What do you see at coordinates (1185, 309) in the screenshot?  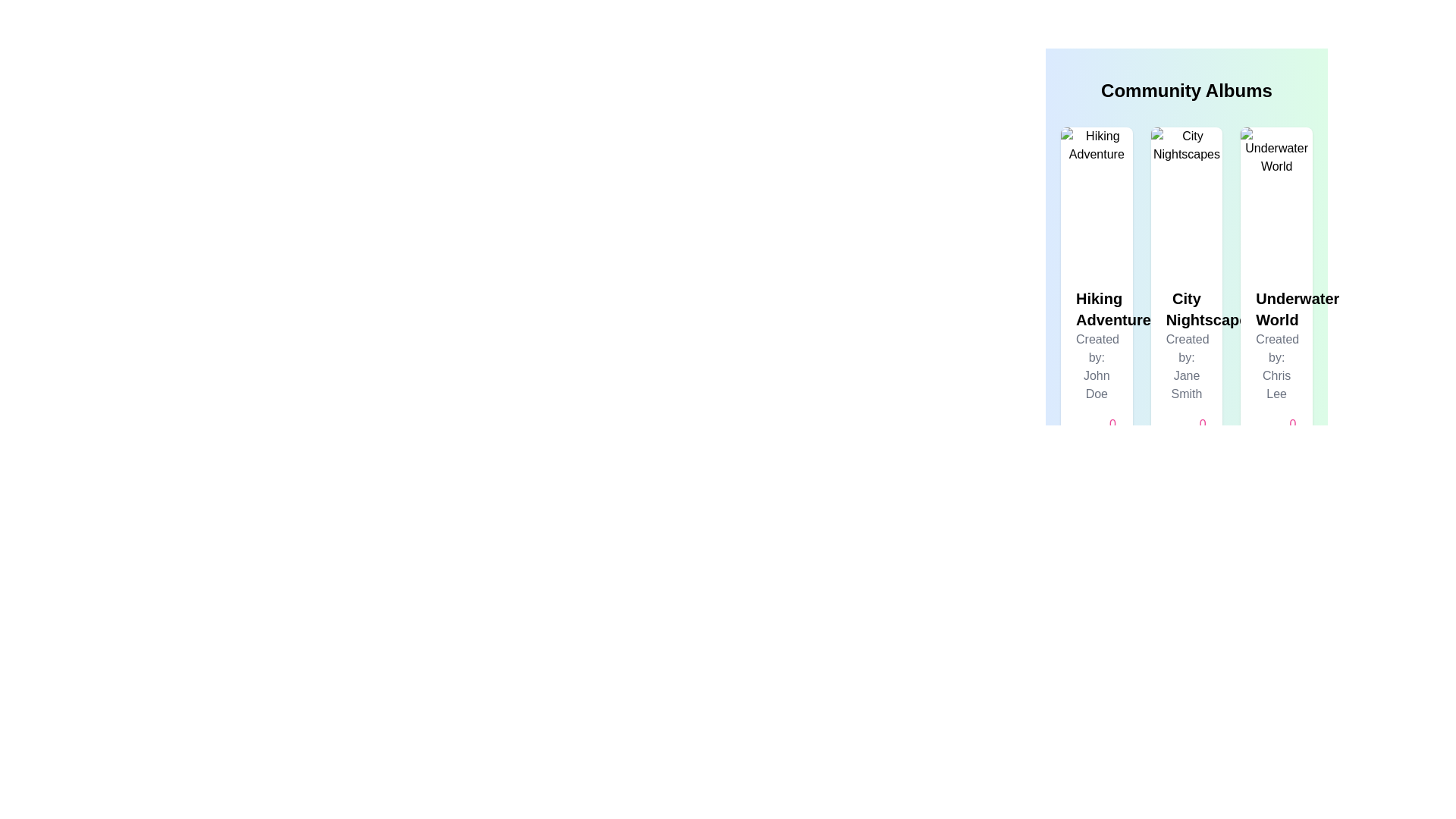 I see `the text label 'City Nightscapes', which is prominently styled with an extra-large font and bold weight, located in the middle column of the 'Community Albums' section` at bounding box center [1185, 309].